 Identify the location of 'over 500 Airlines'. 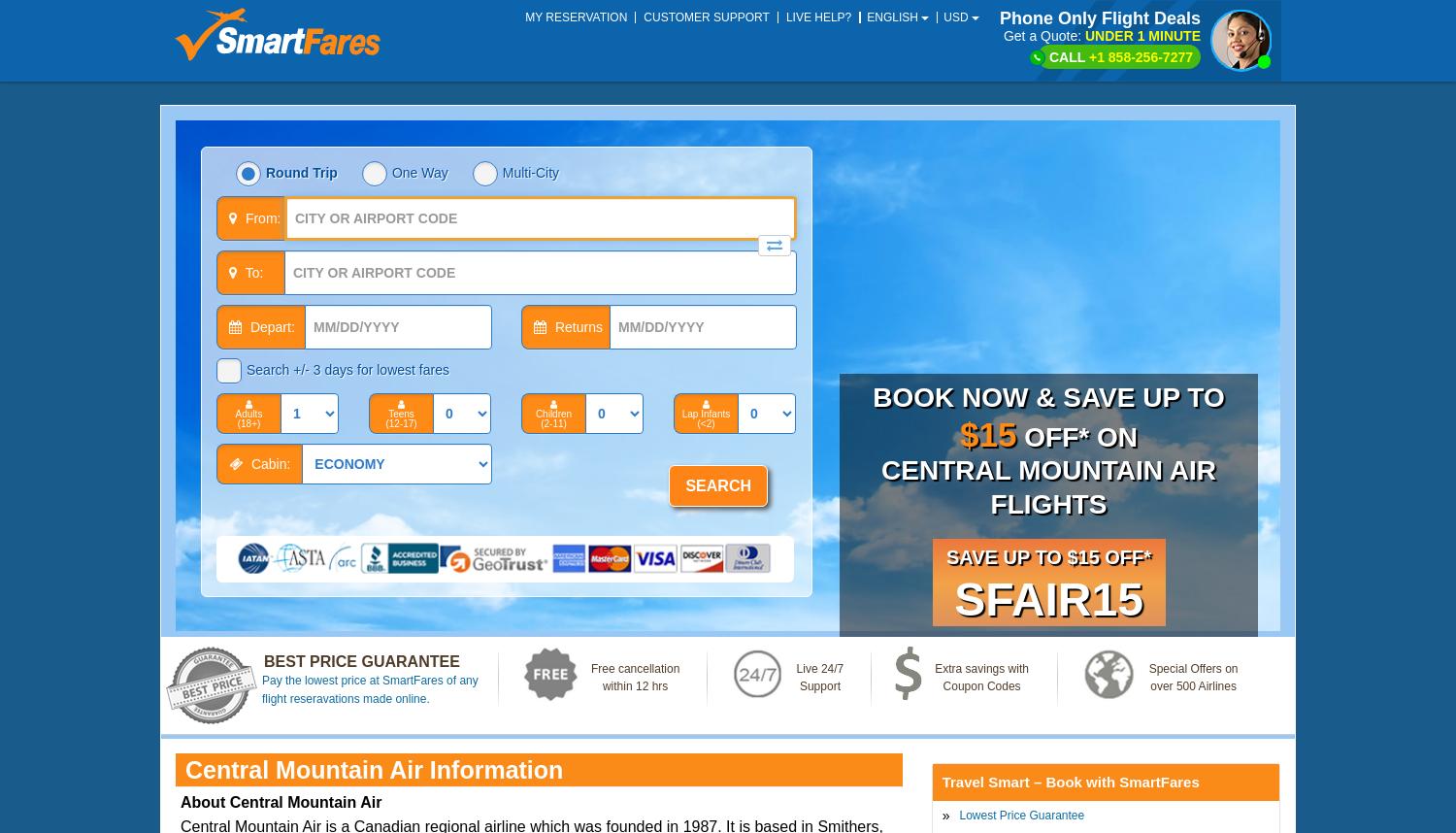
(1191, 684).